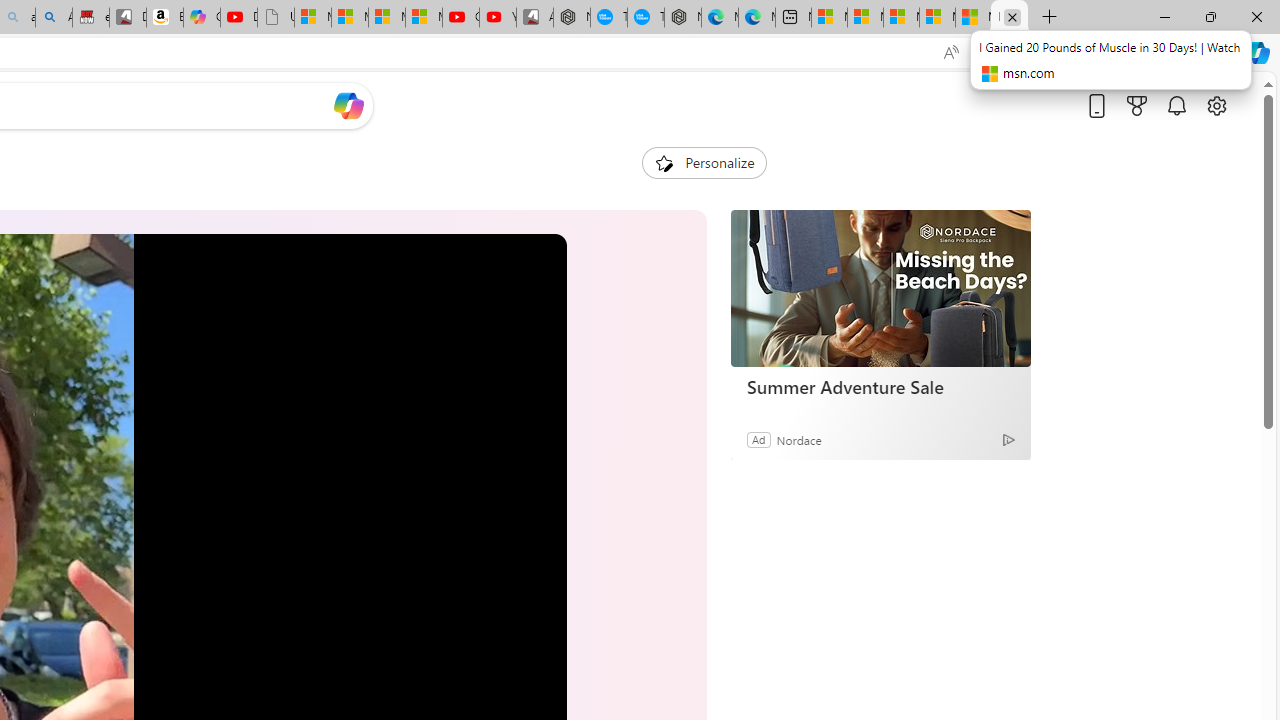 The height and width of the screenshot is (720, 1280). Describe the element at coordinates (348, 105) in the screenshot. I see `'Open Copilot'` at that location.